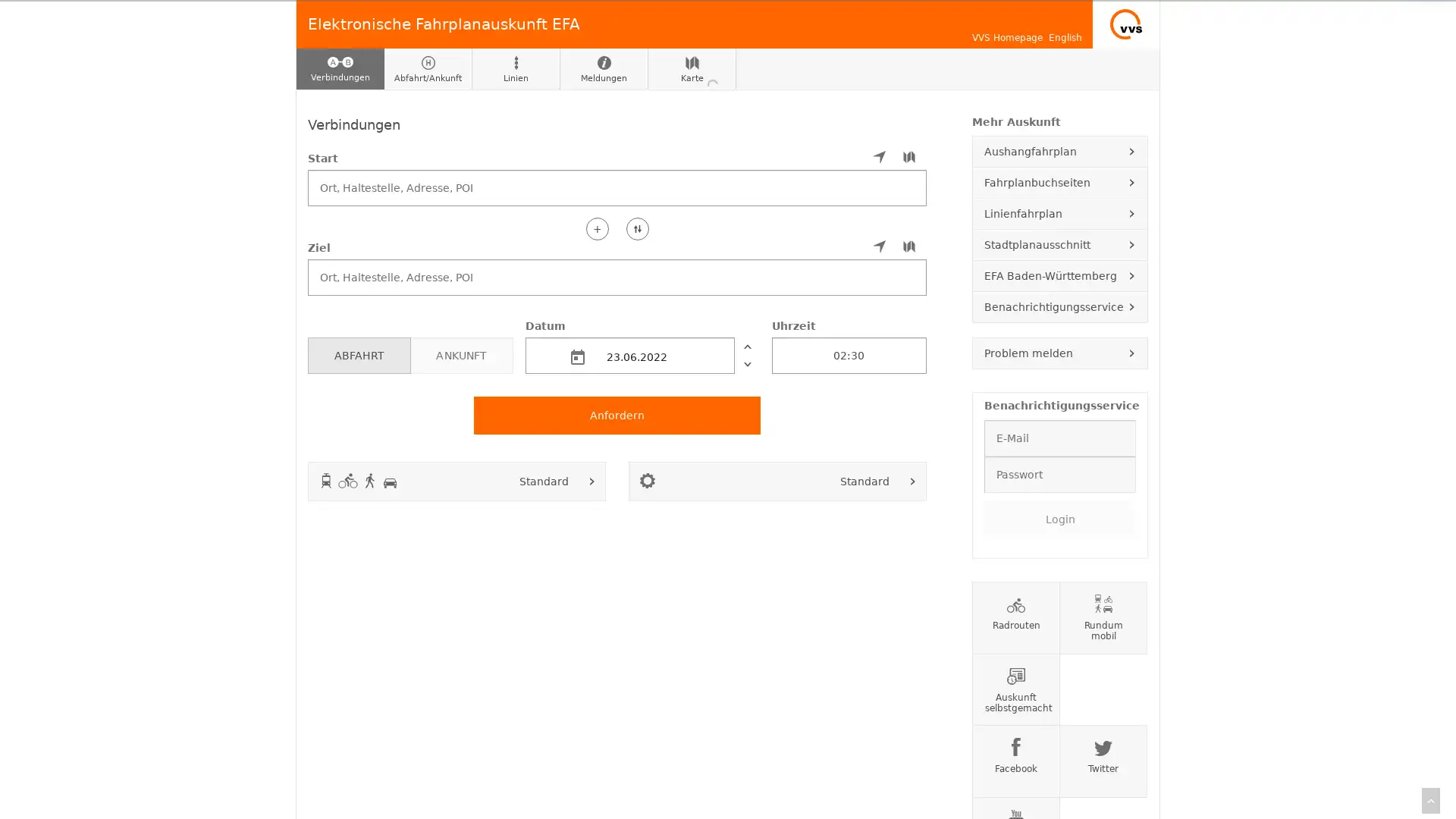 The image size is (1456, 819). Describe the element at coordinates (617, 415) in the screenshot. I see `Anfordern` at that location.